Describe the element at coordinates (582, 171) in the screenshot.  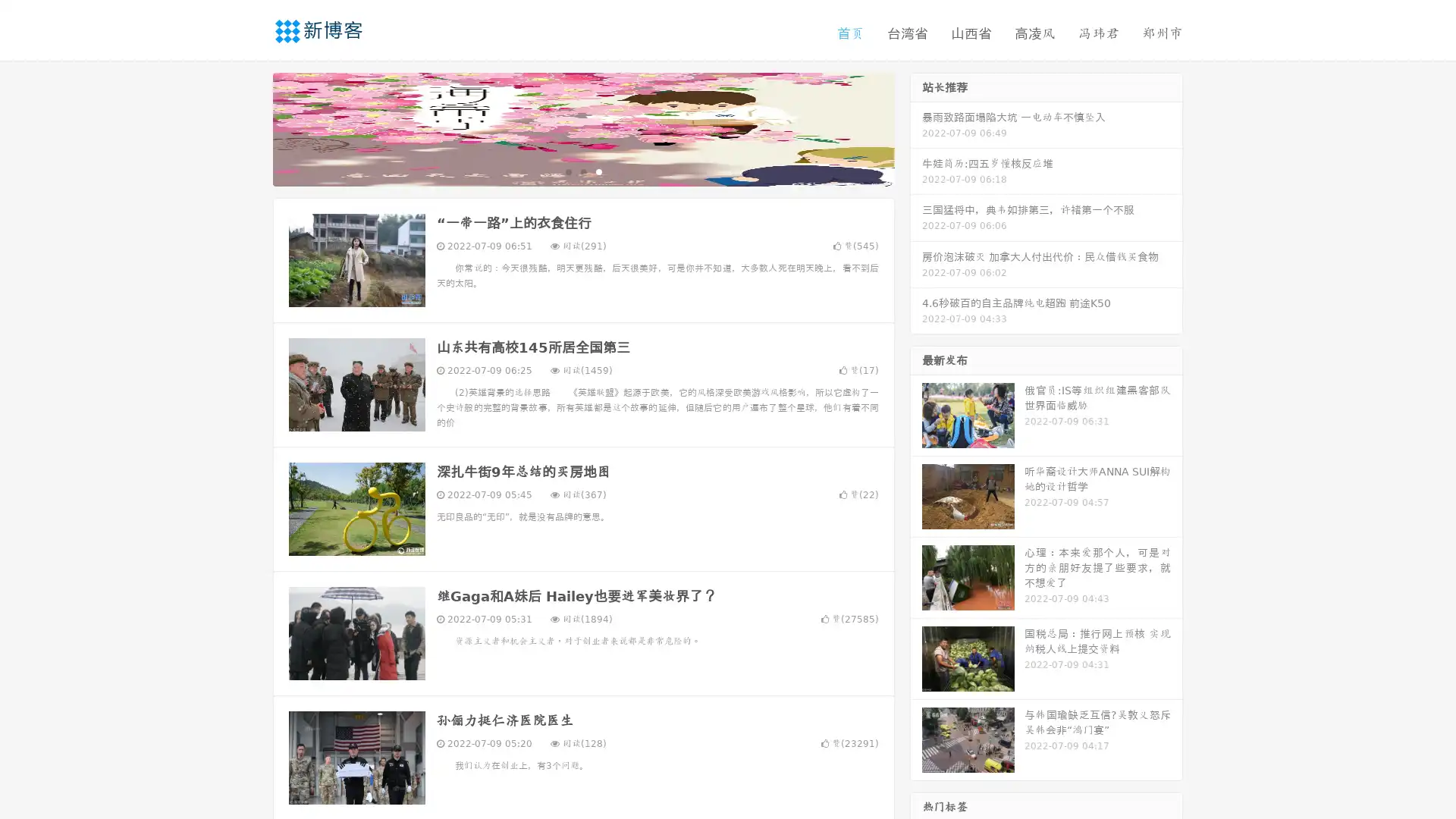
I see `Go to slide 2` at that location.